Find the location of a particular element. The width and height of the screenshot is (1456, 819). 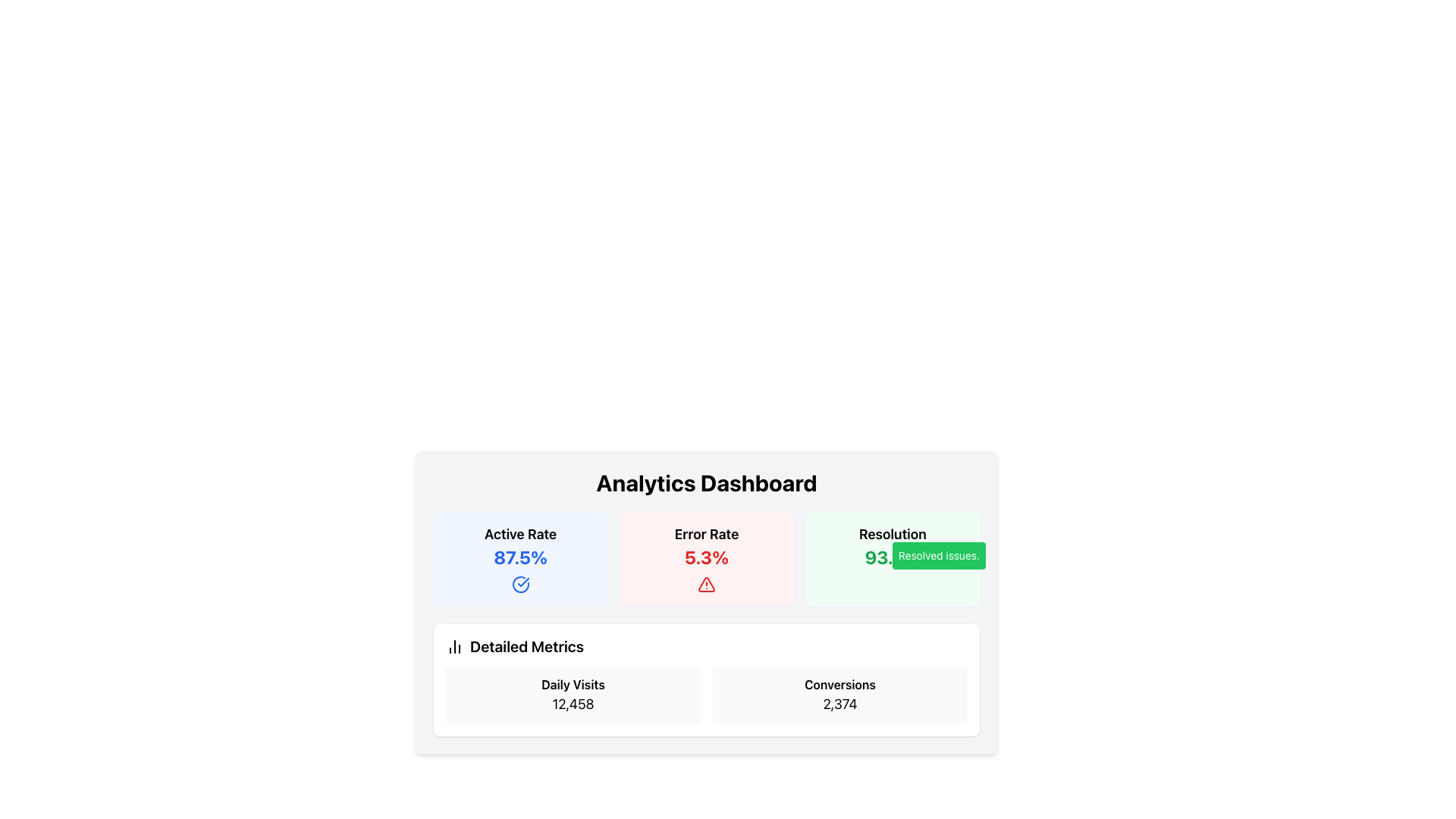

the 'Error Rate' text label which is prominently displayed in bold font within a highlighted rectangular area with a light red background, located above the '5.3%' text is located at coordinates (705, 534).